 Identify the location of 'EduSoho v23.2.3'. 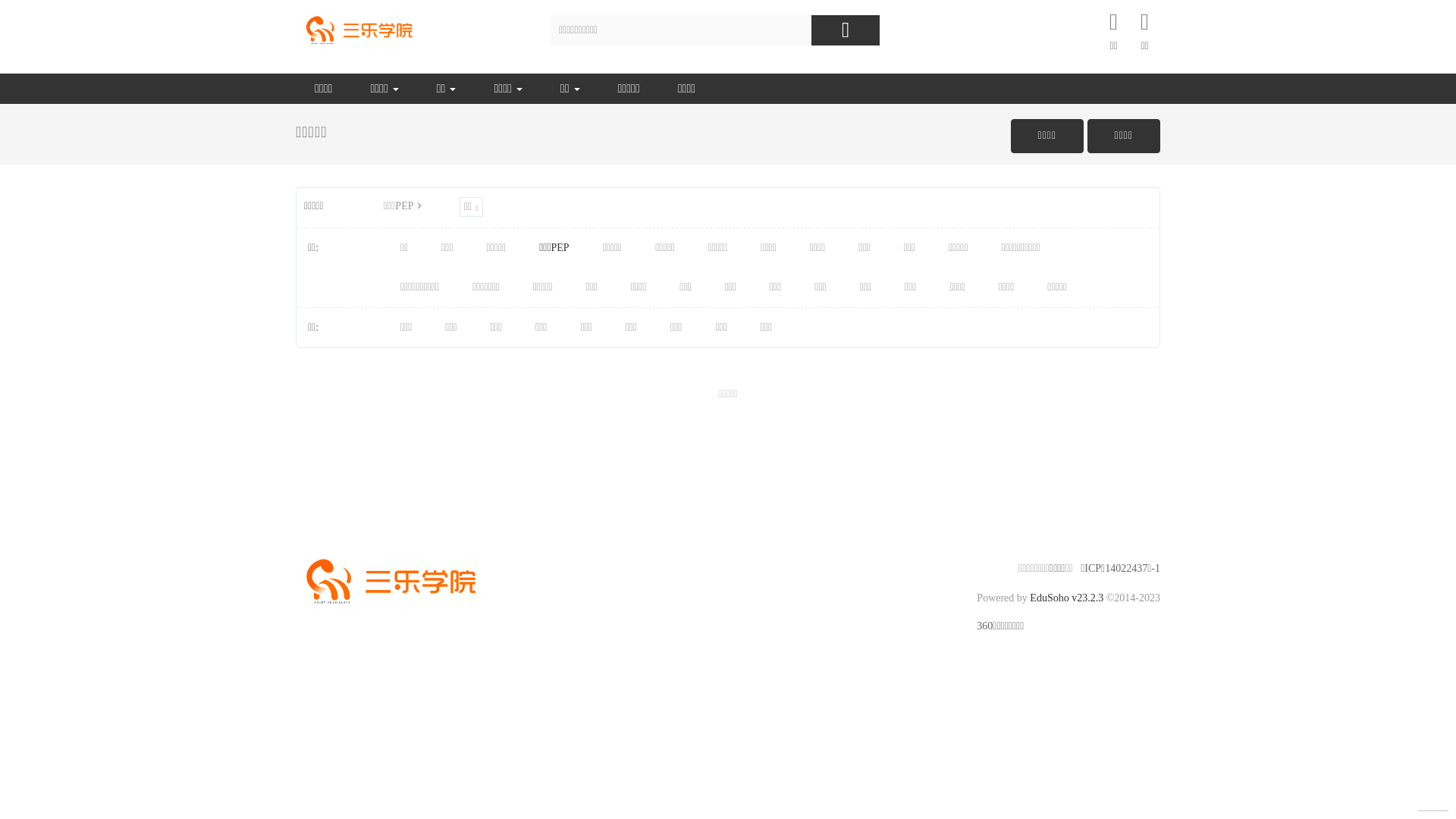
(1065, 597).